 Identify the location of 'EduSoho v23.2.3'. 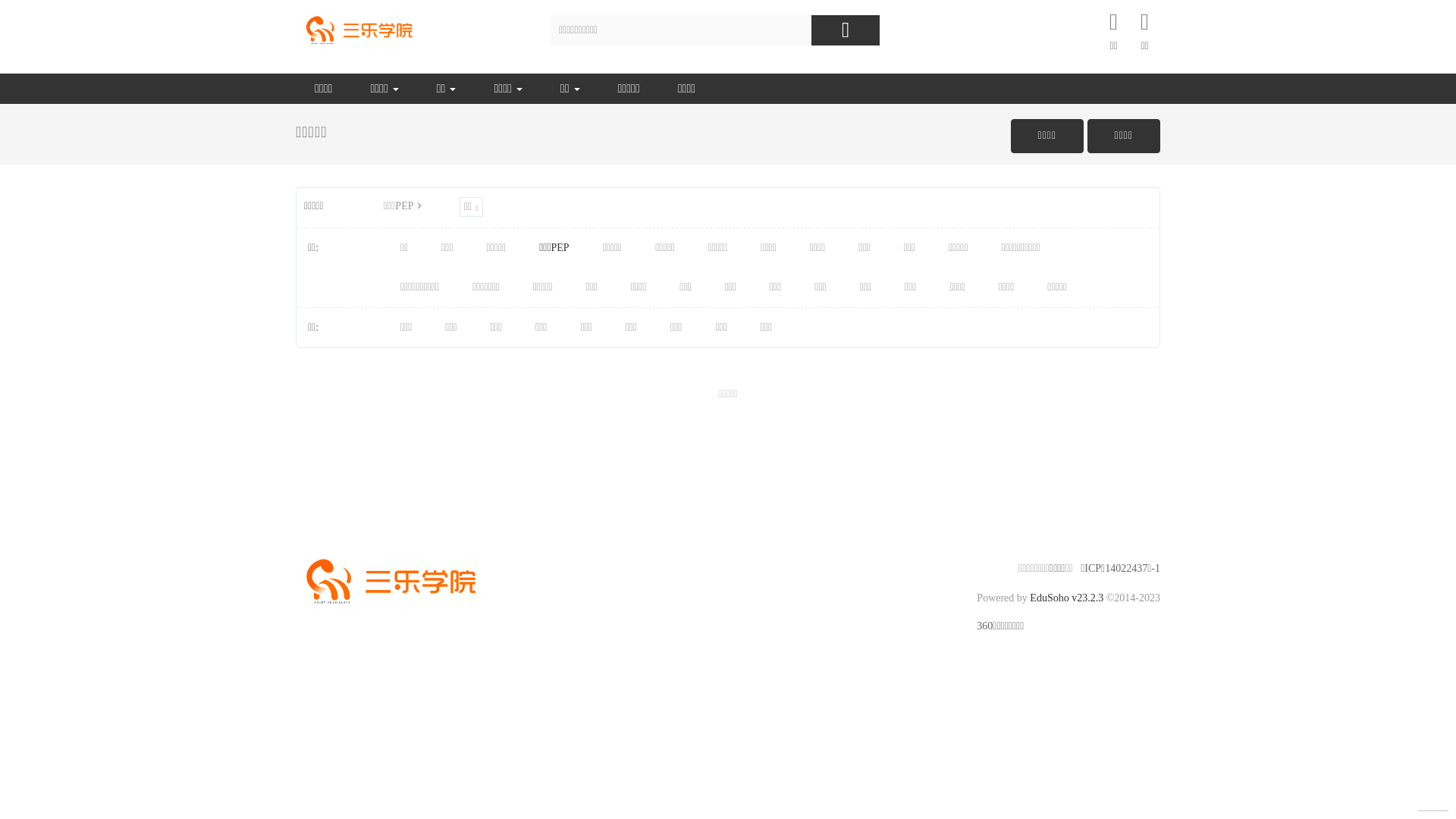
(1065, 597).